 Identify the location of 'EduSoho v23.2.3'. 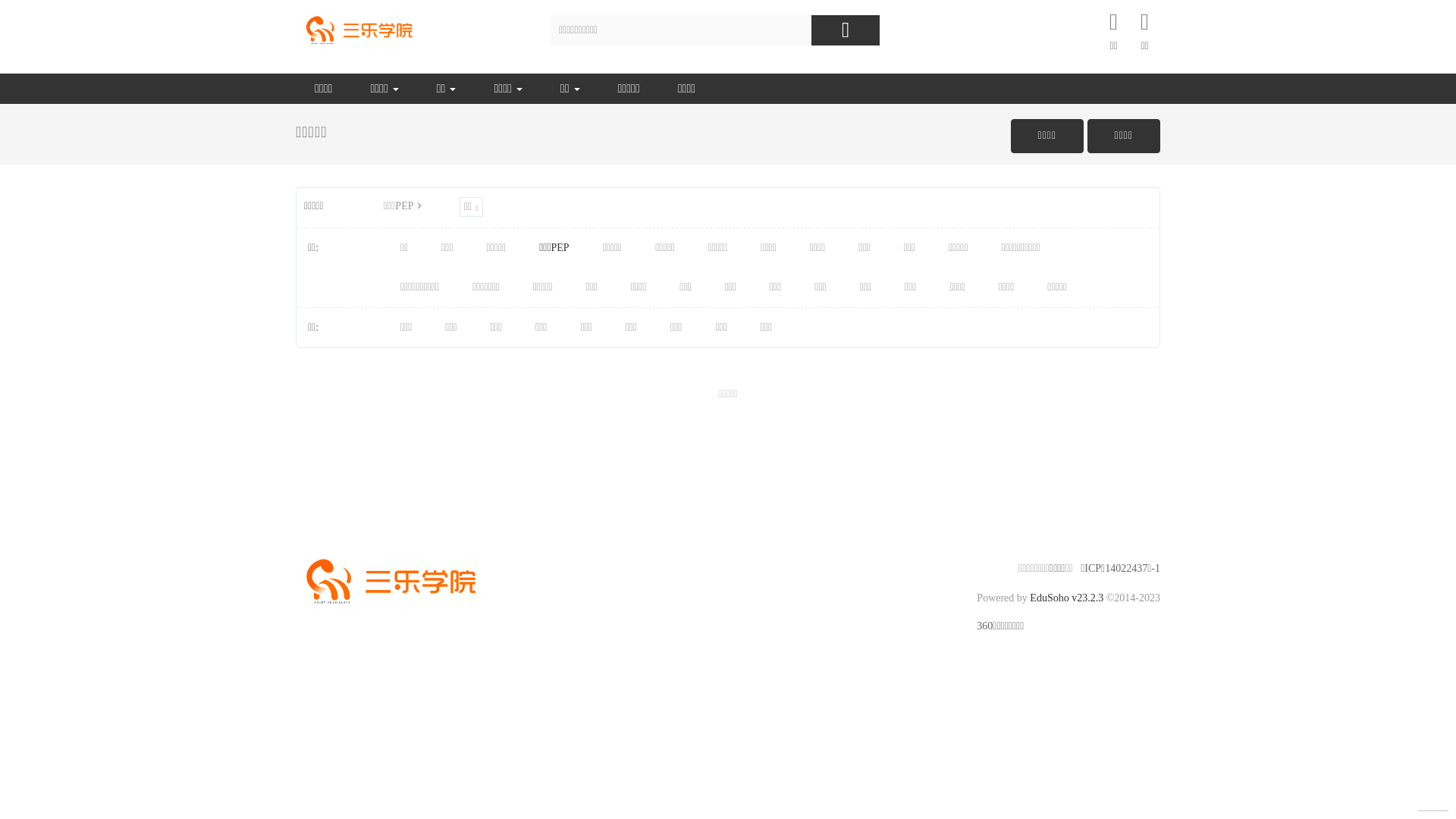
(1065, 597).